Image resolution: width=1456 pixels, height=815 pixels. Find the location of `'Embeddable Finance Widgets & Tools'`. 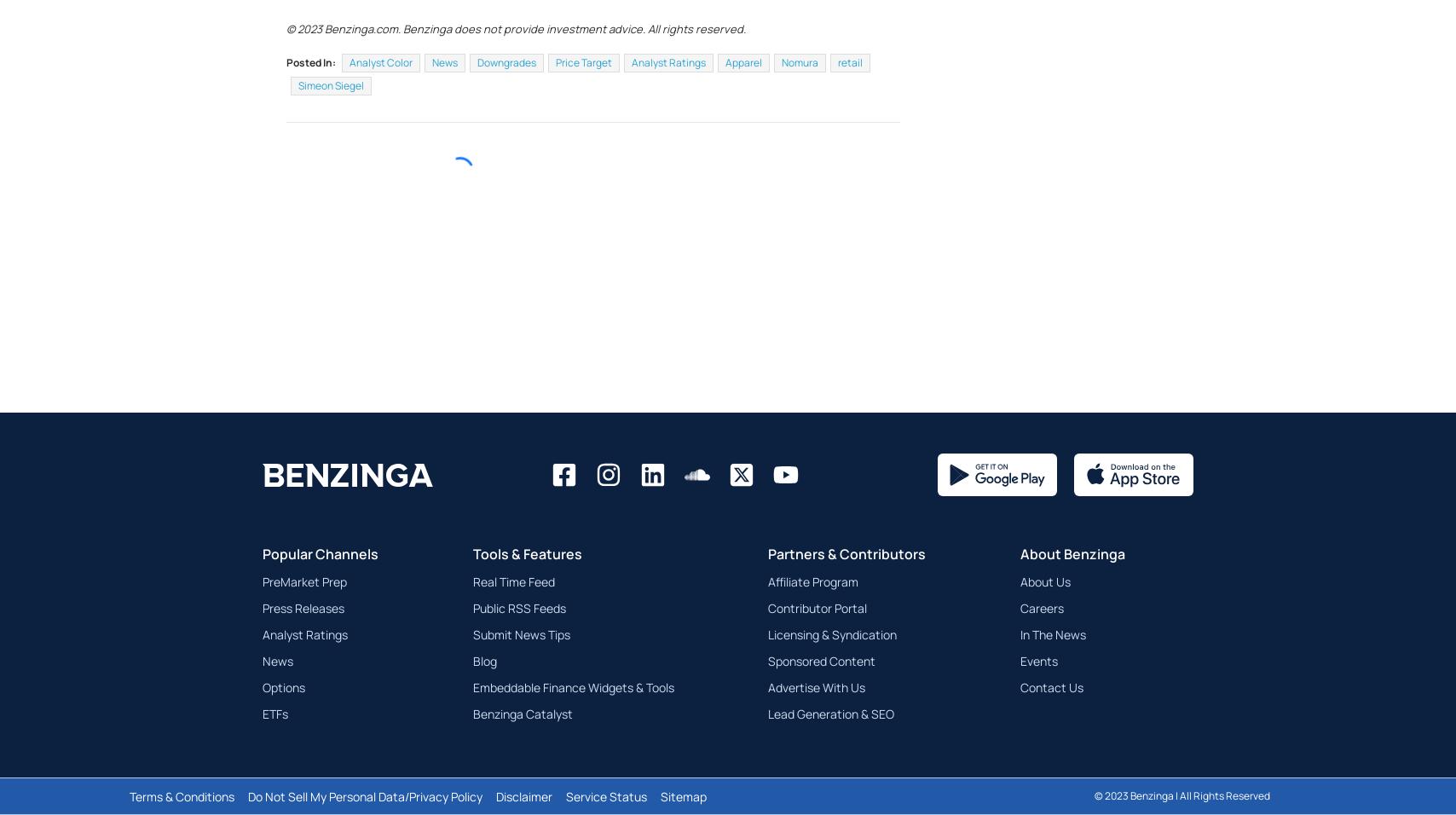

'Embeddable Finance Widgets & Tools' is located at coordinates (572, 728).